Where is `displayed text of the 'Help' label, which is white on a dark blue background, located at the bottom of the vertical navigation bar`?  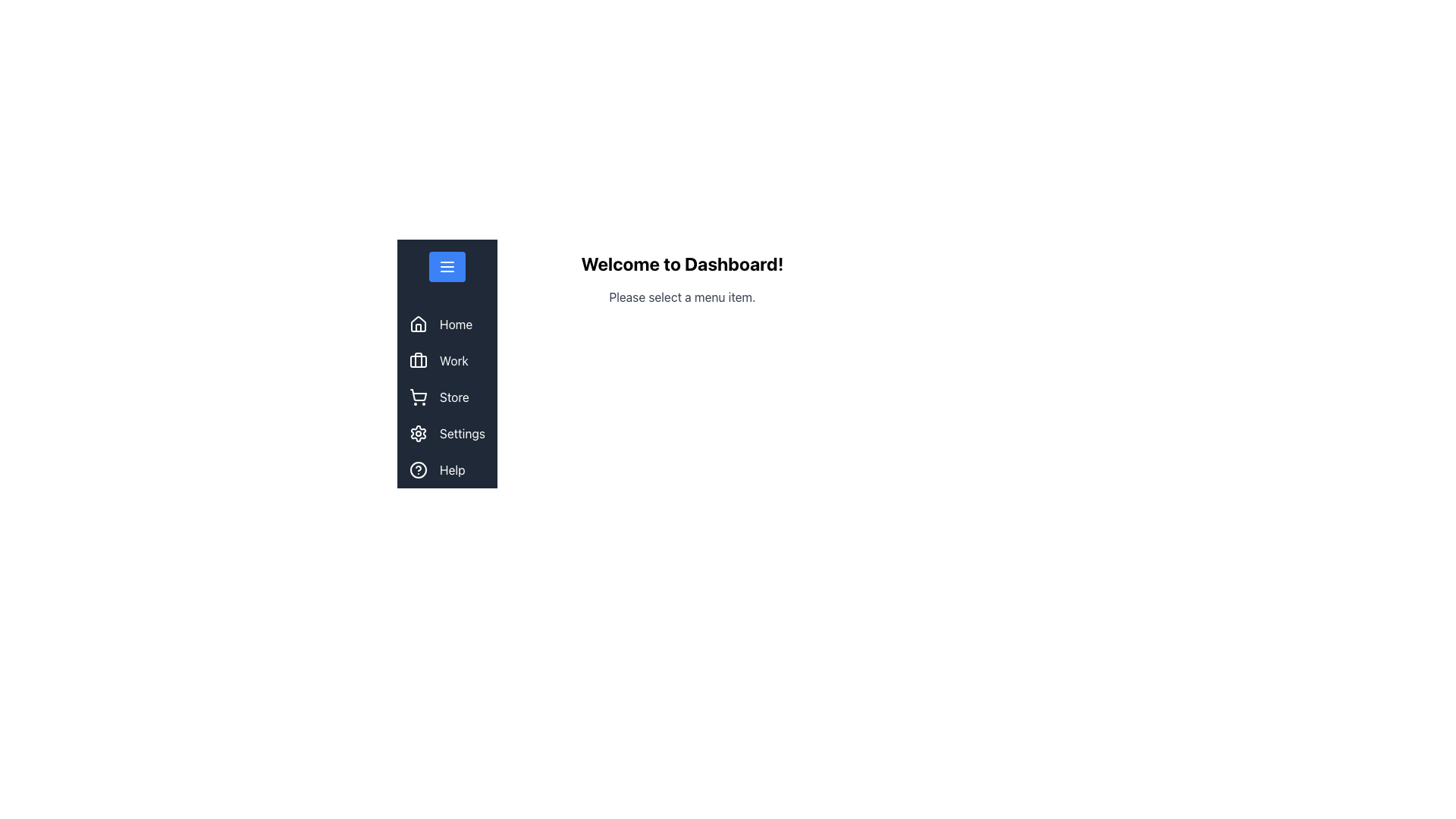 displayed text of the 'Help' label, which is white on a dark blue background, located at the bottom of the vertical navigation bar is located at coordinates (451, 469).